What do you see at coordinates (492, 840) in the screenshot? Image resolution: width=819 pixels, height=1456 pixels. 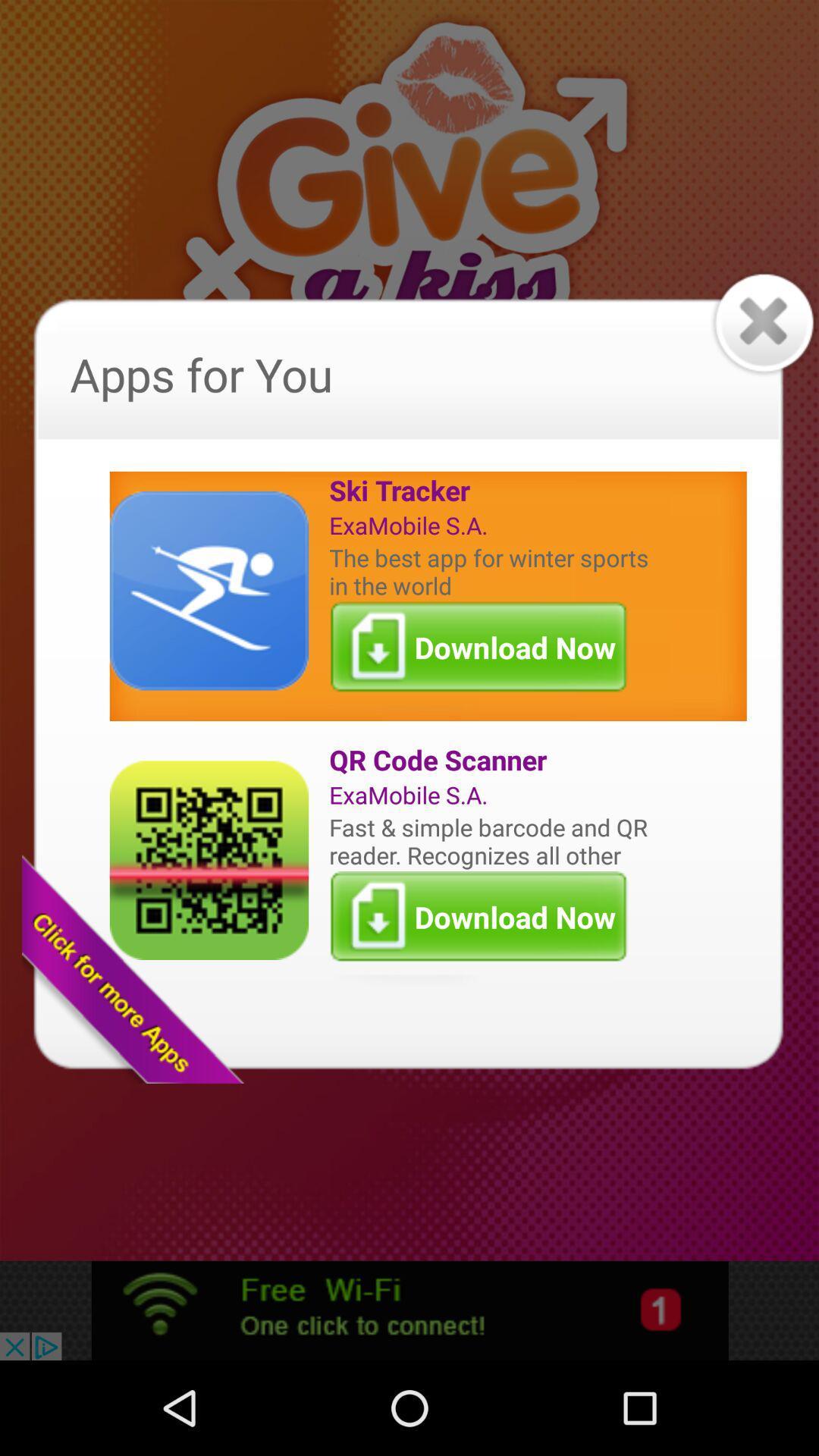 I see `the fast simple barcode` at bounding box center [492, 840].